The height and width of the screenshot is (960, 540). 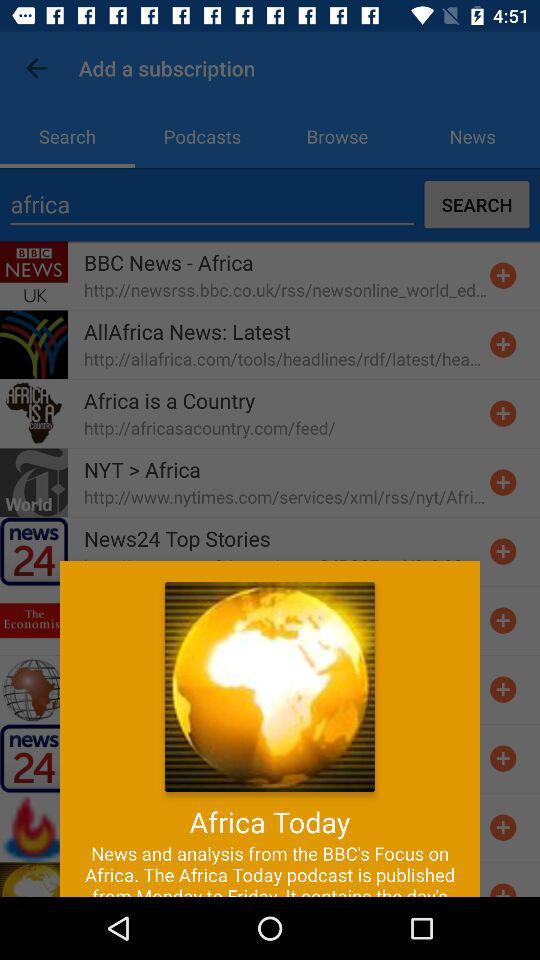 I want to click on the item at the center, so click(x=270, y=464).